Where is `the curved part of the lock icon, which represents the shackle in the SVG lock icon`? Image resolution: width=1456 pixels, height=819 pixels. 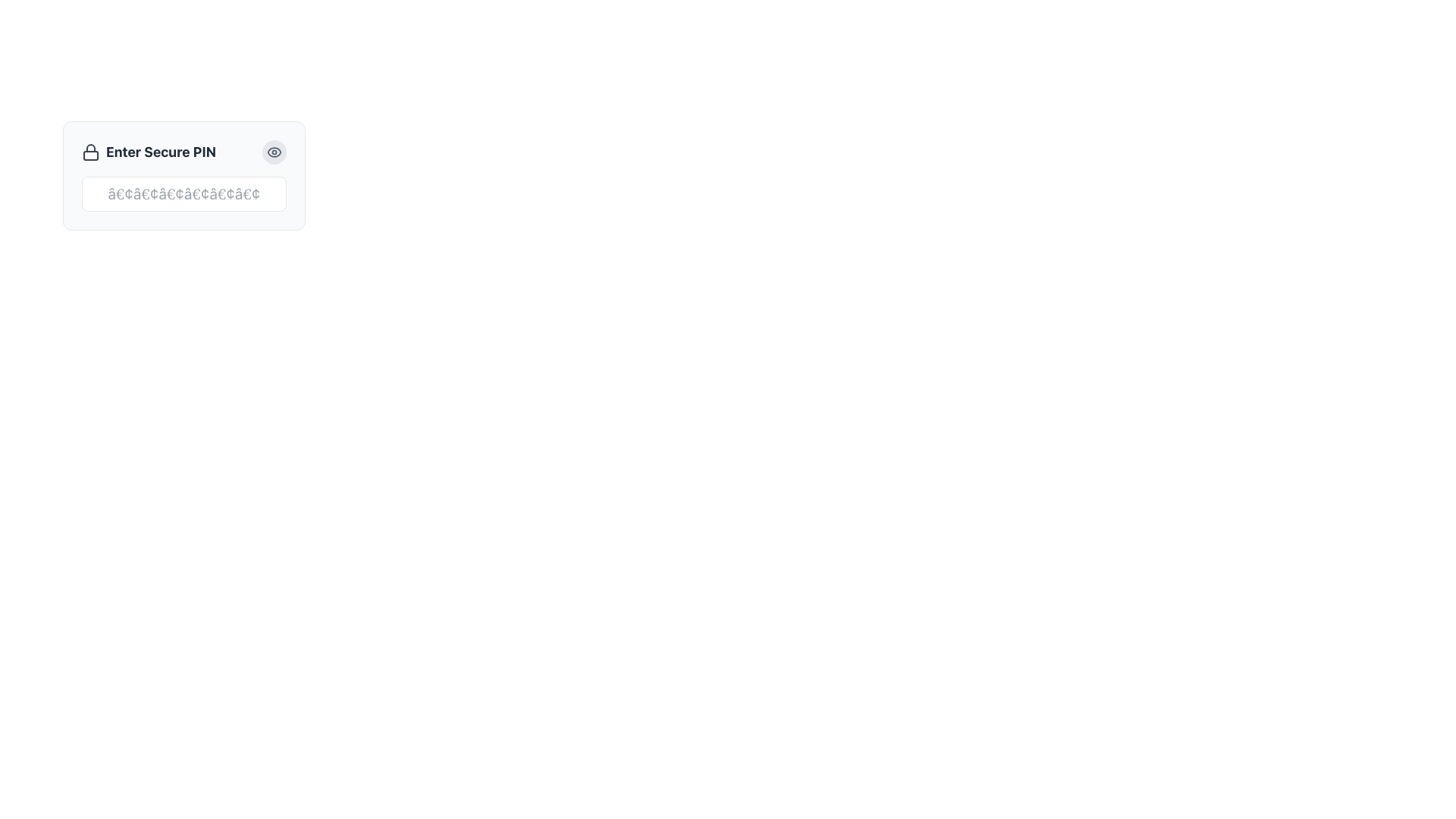 the curved part of the lock icon, which represents the shackle in the SVG lock icon is located at coordinates (90, 148).